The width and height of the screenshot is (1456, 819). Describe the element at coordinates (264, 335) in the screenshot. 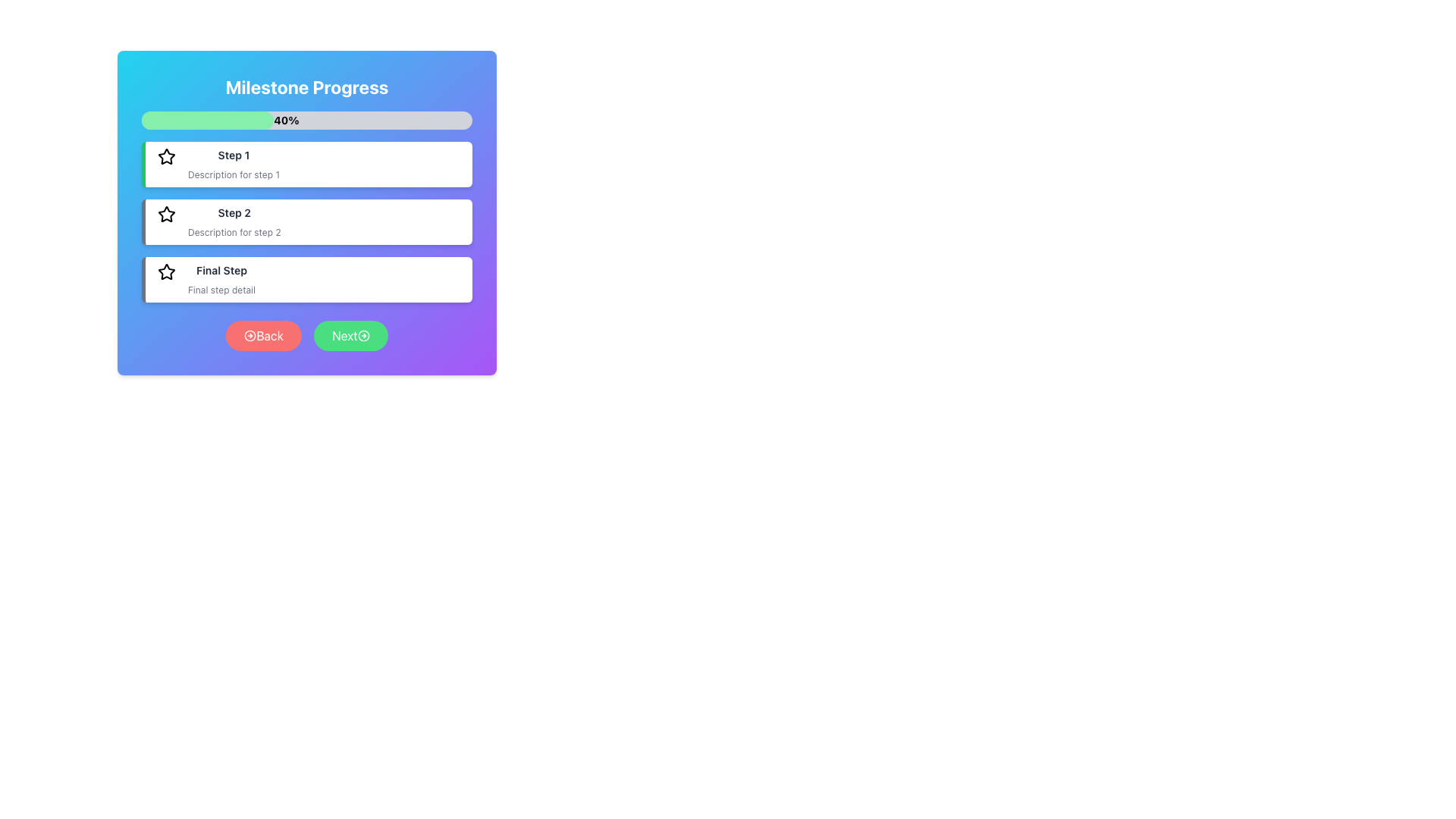

I see `the rounded rectangular button with a gradient red background and white text that reads 'Back'` at that location.